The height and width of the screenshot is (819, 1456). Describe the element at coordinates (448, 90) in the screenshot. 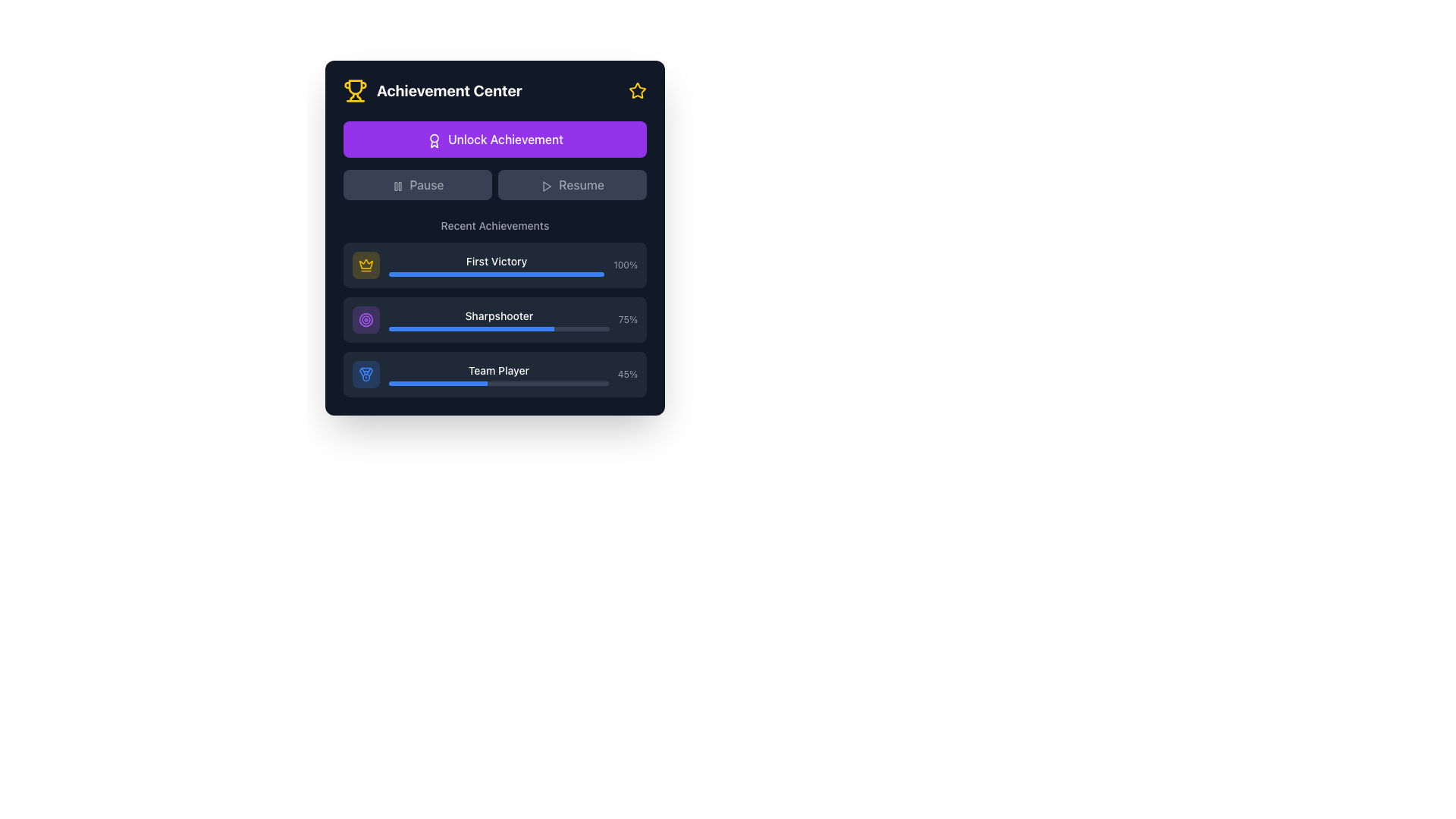

I see `text content of the bold, large-font white label that says 'Achievement Center', positioned to the right of a trophy icon in the header section` at that location.